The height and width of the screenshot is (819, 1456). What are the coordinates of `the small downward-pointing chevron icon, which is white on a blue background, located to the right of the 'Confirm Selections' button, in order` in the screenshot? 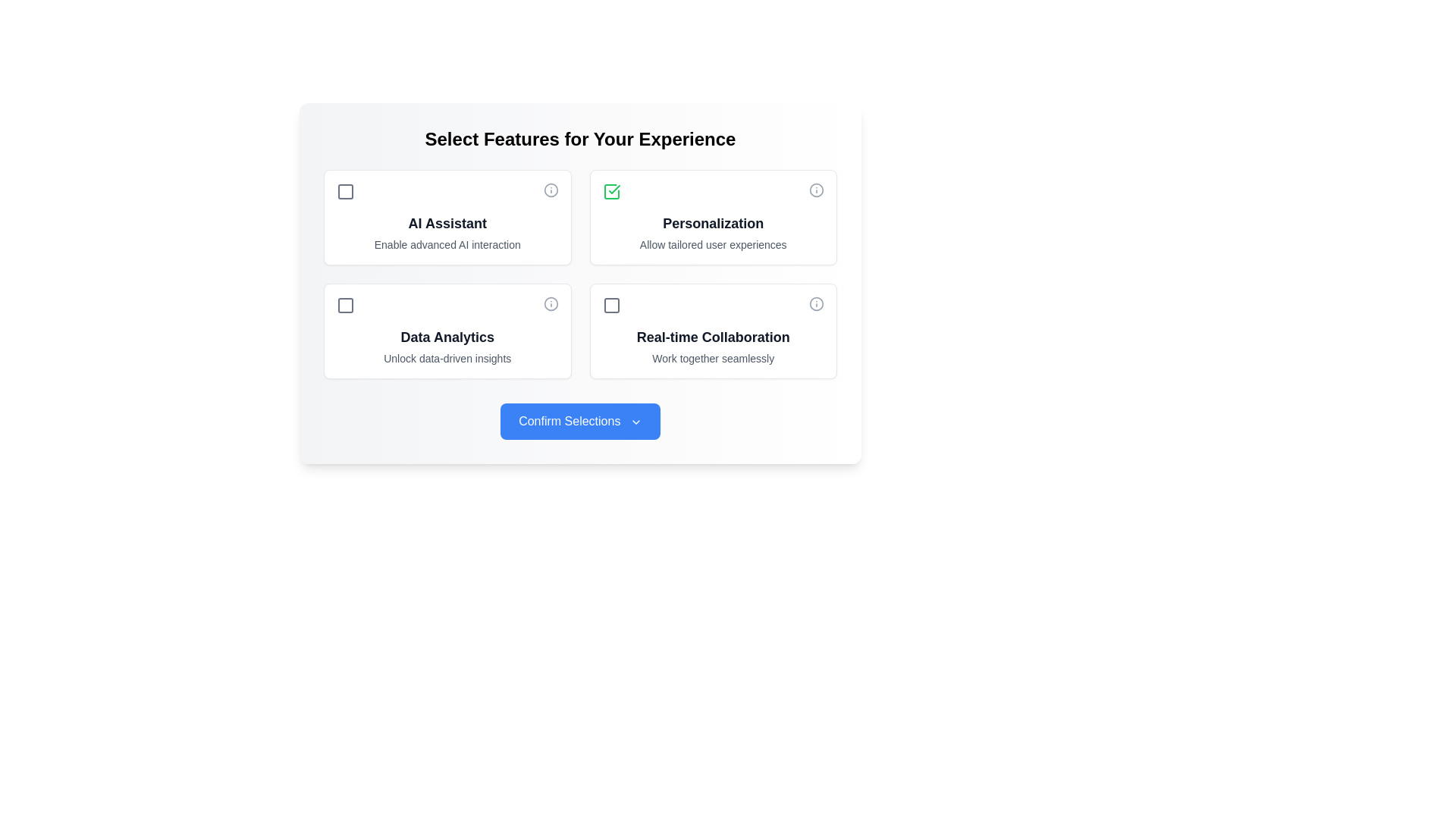 It's located at (635, 422).